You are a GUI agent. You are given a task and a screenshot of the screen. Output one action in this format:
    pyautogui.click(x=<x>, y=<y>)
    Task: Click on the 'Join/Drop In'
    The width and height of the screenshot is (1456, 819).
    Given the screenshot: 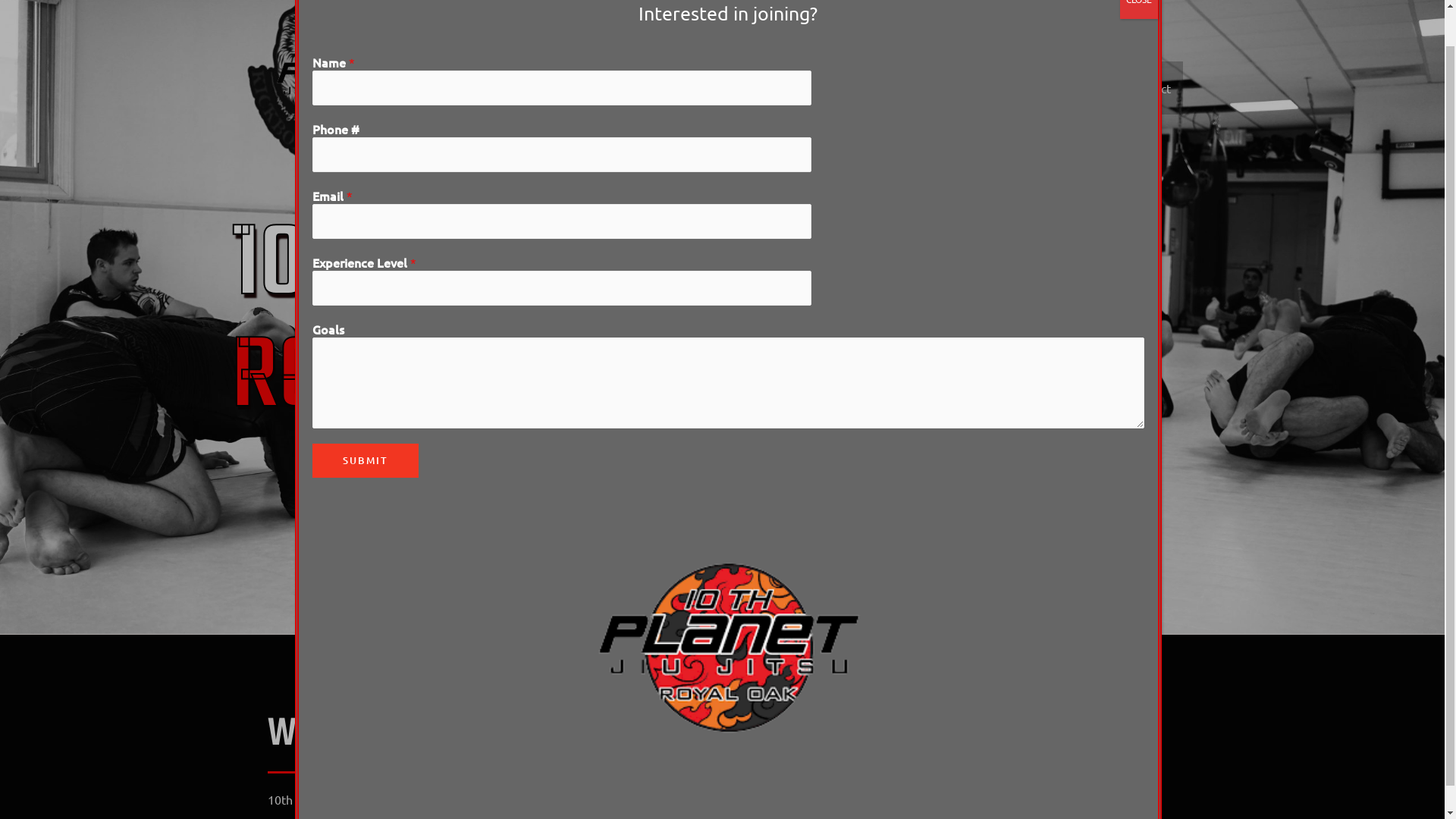 What is the action you would take?
    pyautogui.click(x=789, y=87)
    